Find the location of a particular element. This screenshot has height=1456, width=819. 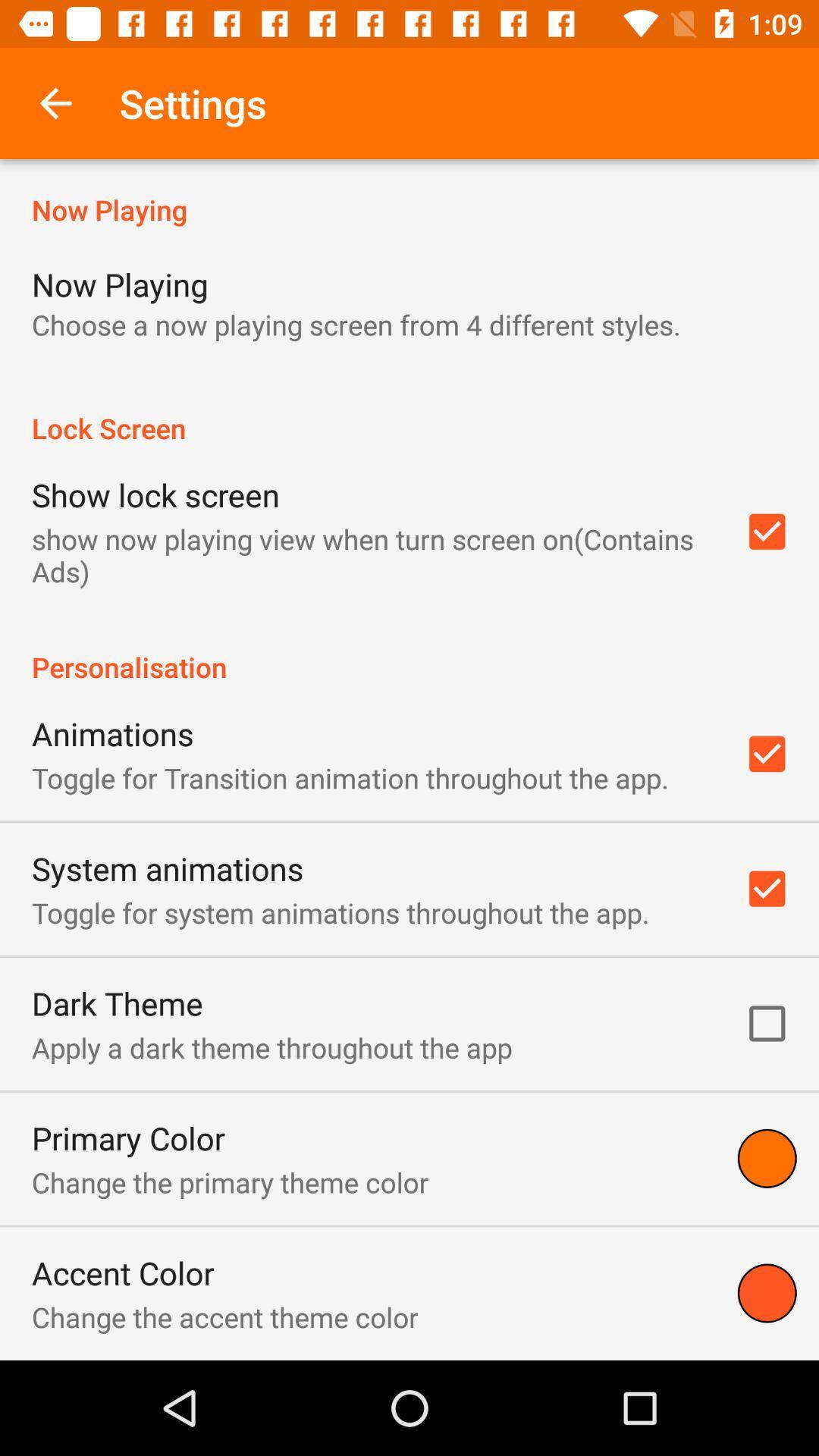

the item below the show now playing item is located at coordinates (409, 651).